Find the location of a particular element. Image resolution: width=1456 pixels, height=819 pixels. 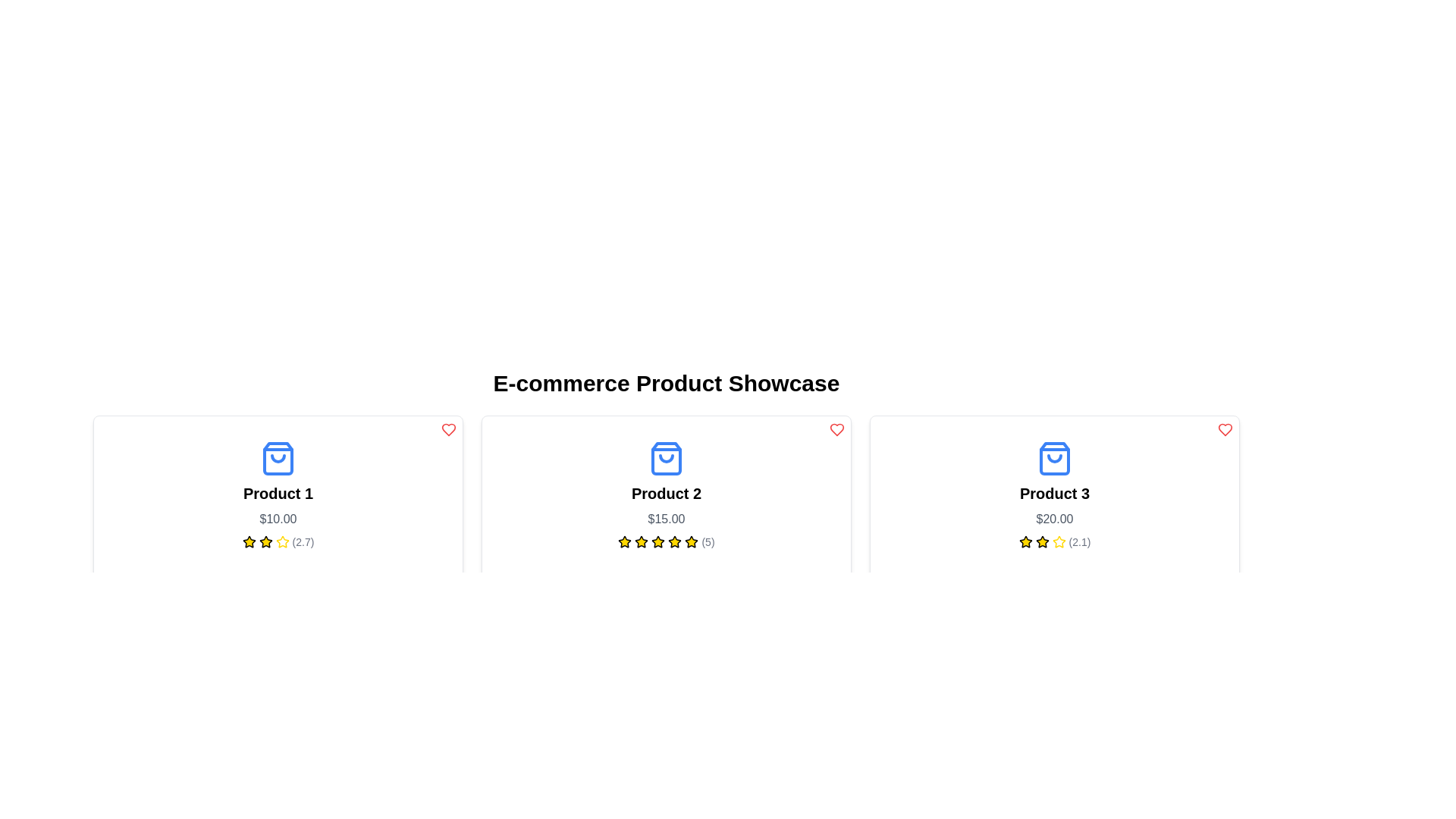

the second star icon (filled gold) in the rating system for 'Product 2' is located at coordinates (642, 541).